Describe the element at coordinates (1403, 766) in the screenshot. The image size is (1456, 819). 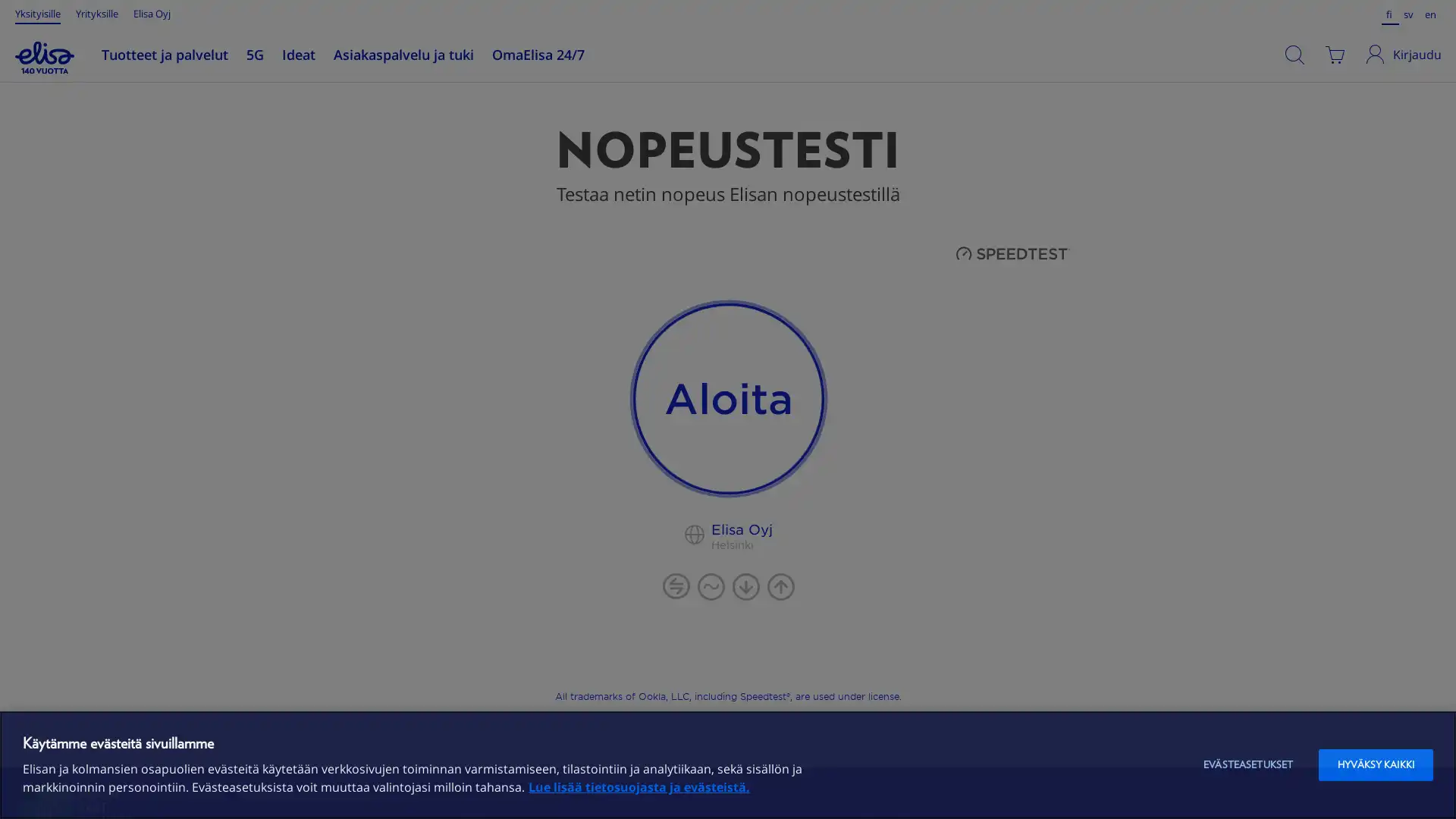
I see `Aloita chat` at that location.